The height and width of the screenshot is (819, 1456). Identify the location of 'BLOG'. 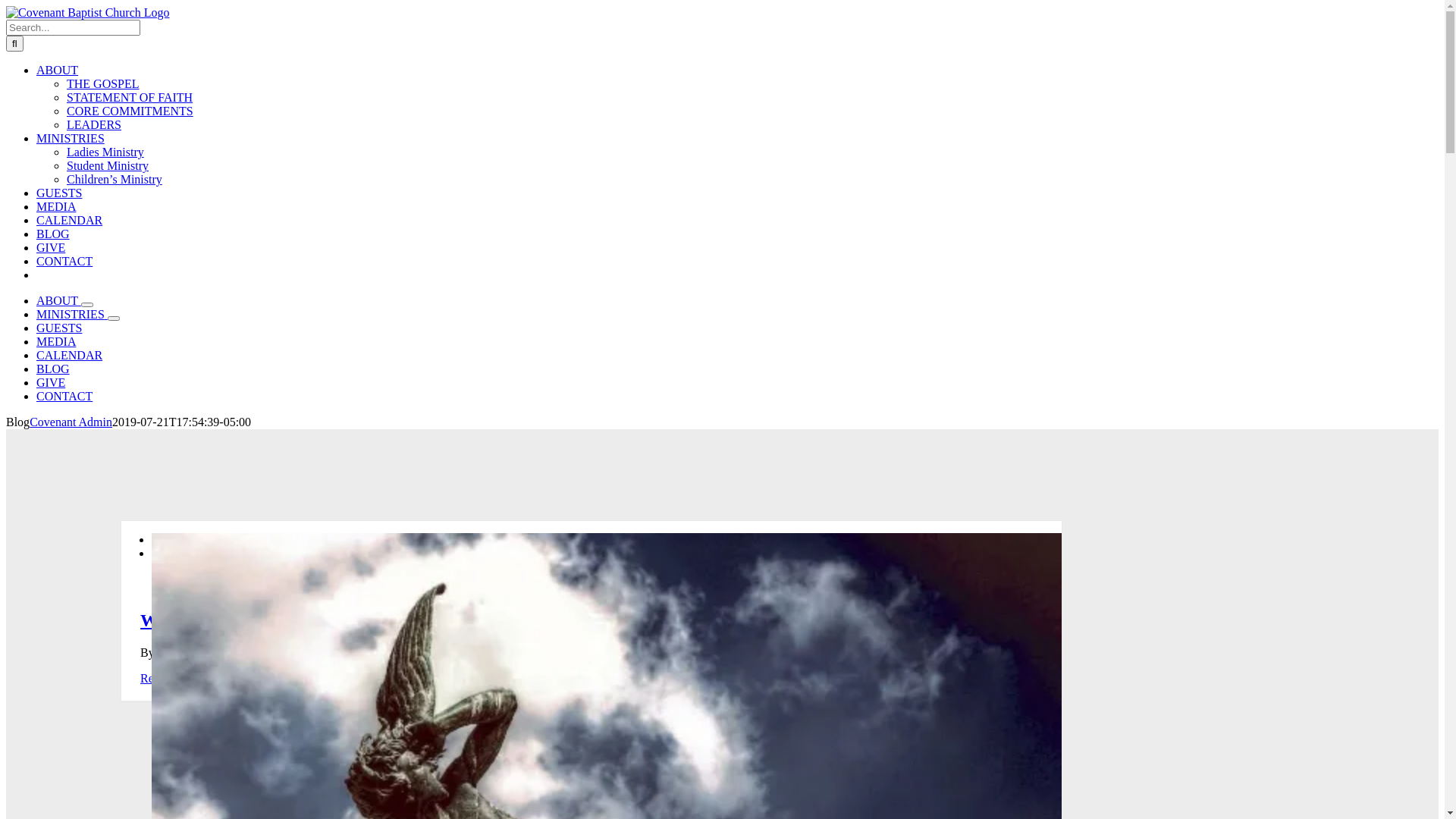
(53, 369).